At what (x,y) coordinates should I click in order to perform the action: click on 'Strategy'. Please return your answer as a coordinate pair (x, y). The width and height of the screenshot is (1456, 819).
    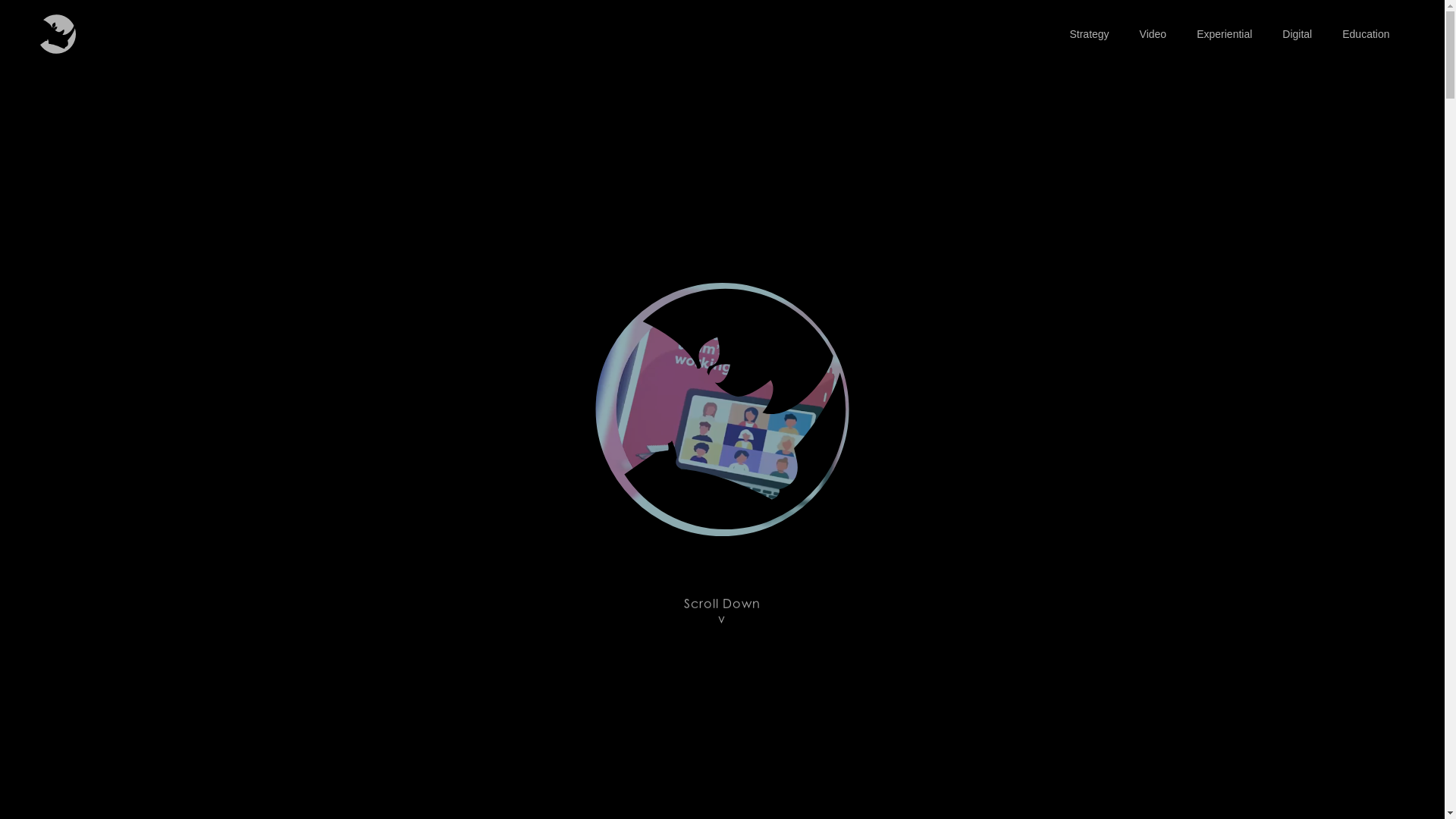
    Looking at the image, I should click on (1087, 34).